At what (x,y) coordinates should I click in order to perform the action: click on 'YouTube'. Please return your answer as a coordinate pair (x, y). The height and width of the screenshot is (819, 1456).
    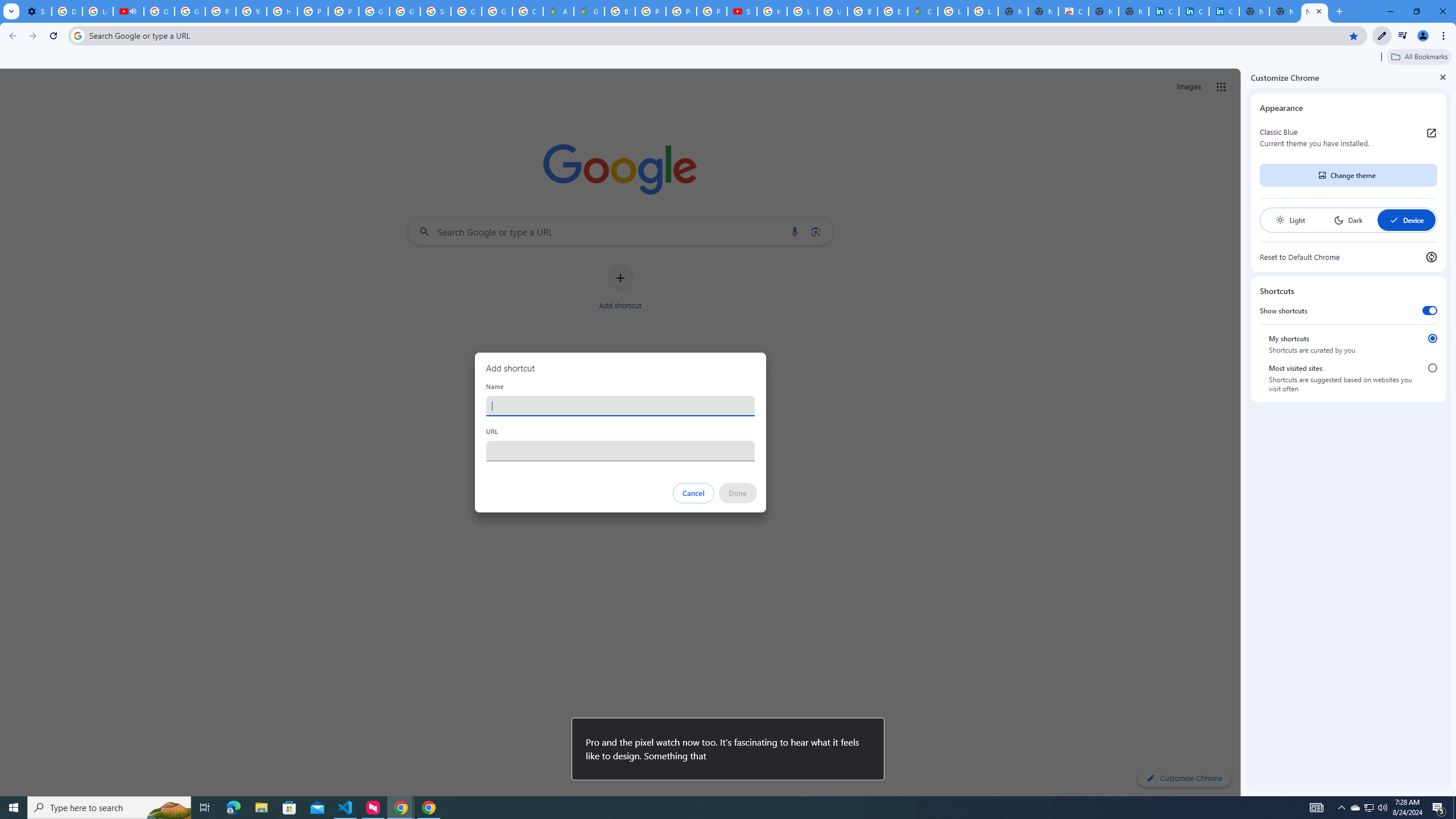
    Looking at the image, I should click on (251, 11).